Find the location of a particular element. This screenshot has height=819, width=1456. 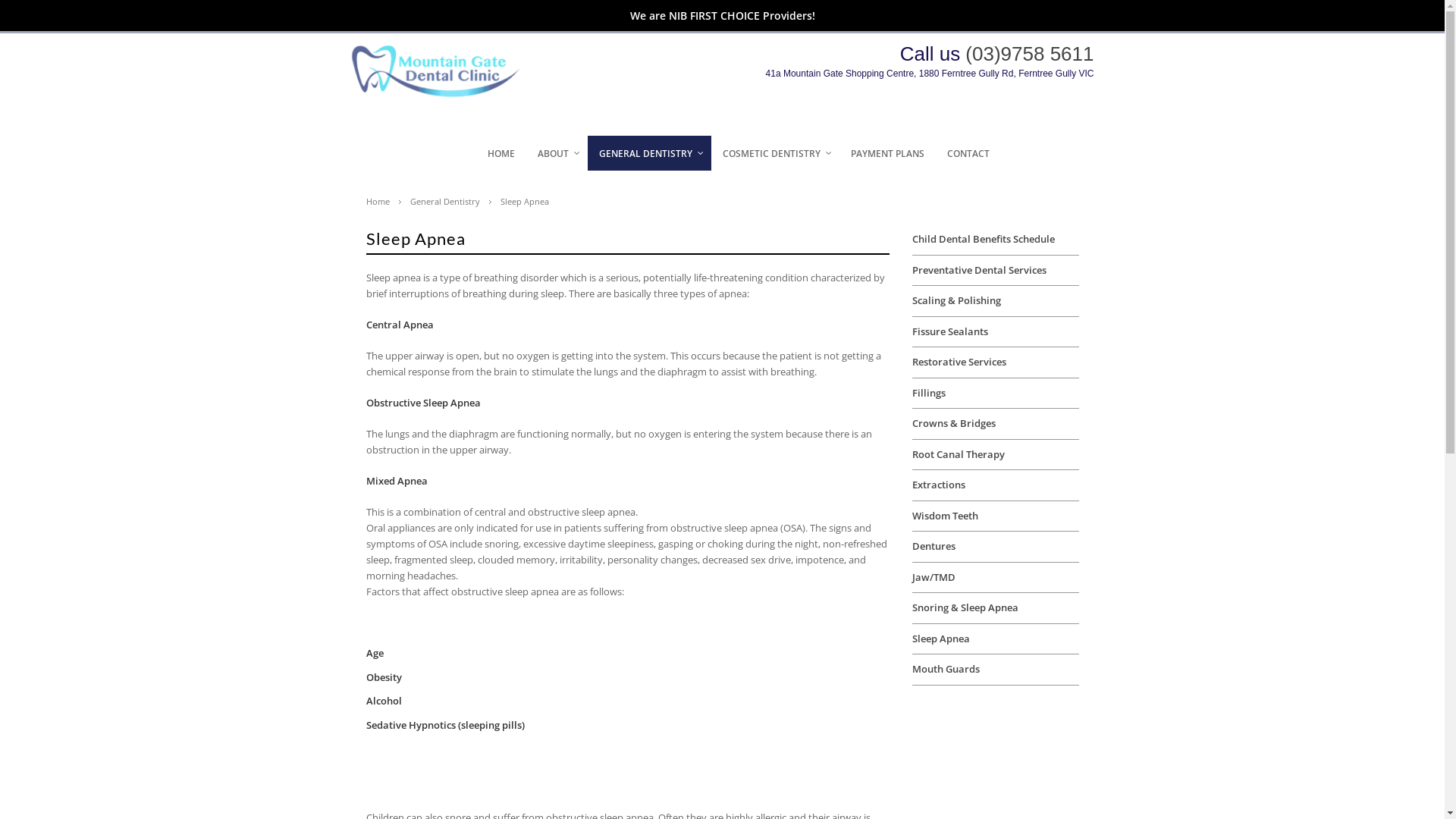

'Mouth Guards' is located at coordinates (944, 668).